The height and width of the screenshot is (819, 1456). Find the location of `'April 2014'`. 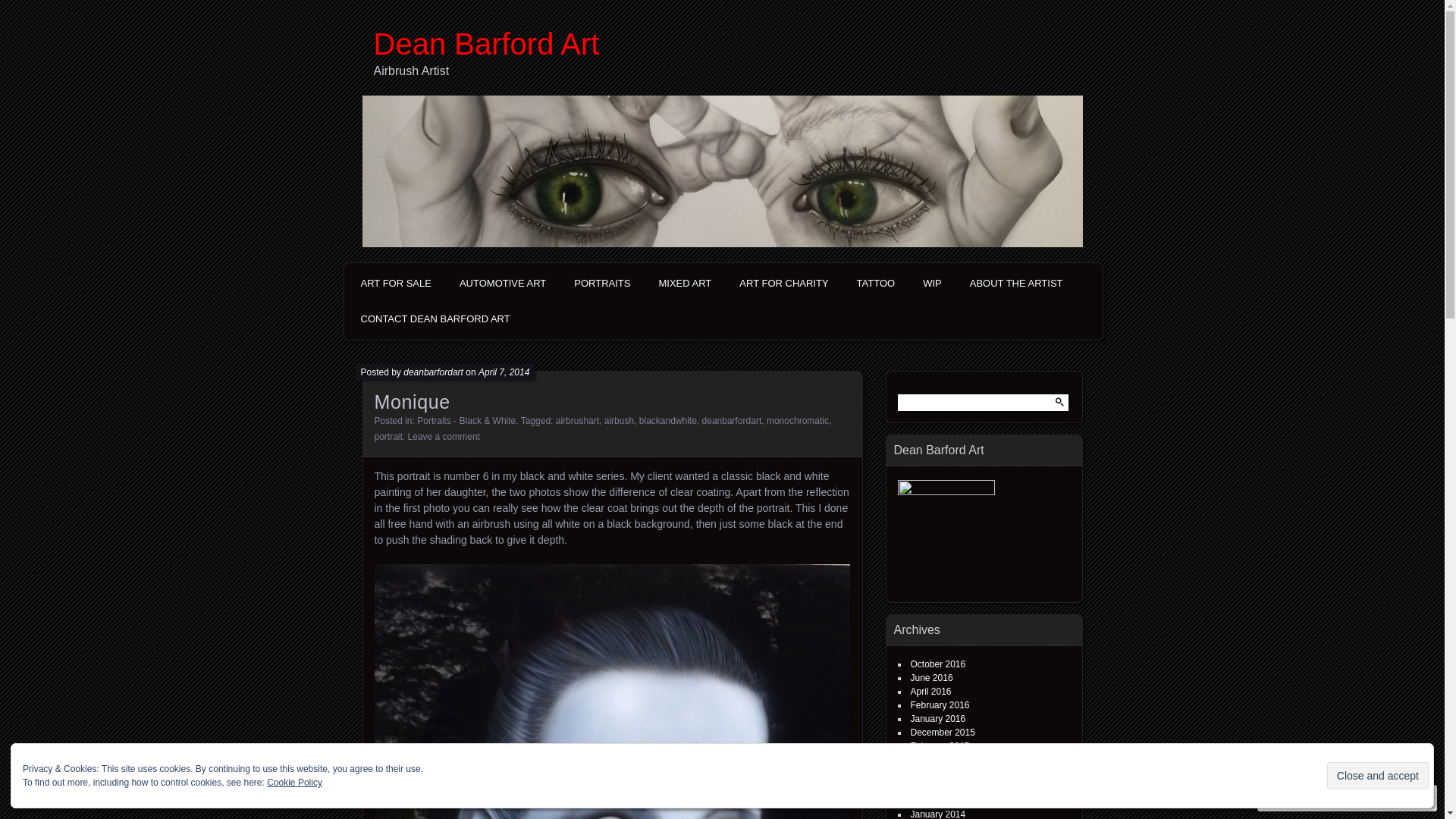

'April 2014' is located at coordinates (930, 773).